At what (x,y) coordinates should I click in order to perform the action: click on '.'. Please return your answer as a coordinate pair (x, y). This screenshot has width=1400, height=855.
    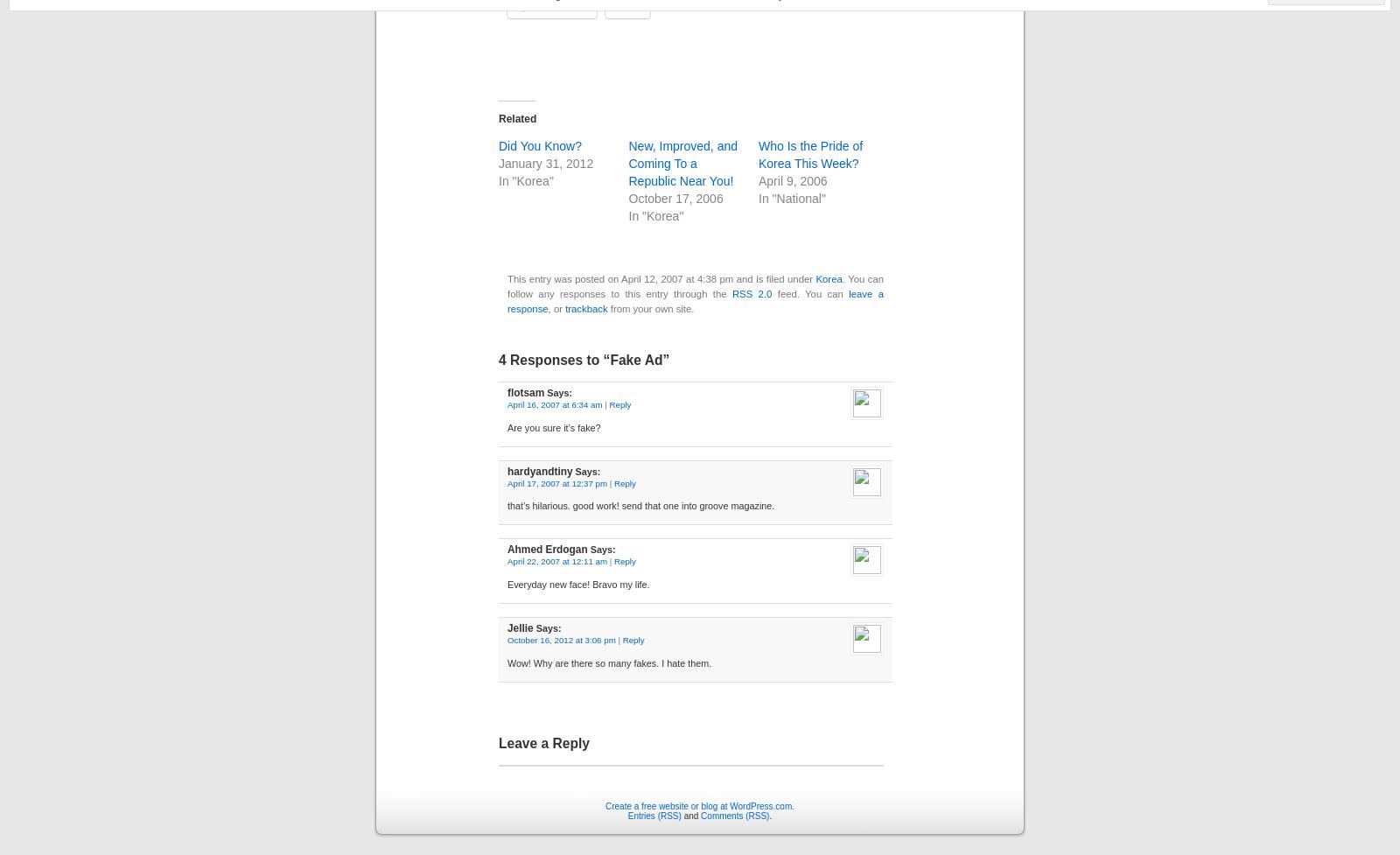
    Looking at the image, I should click on (768, 815).